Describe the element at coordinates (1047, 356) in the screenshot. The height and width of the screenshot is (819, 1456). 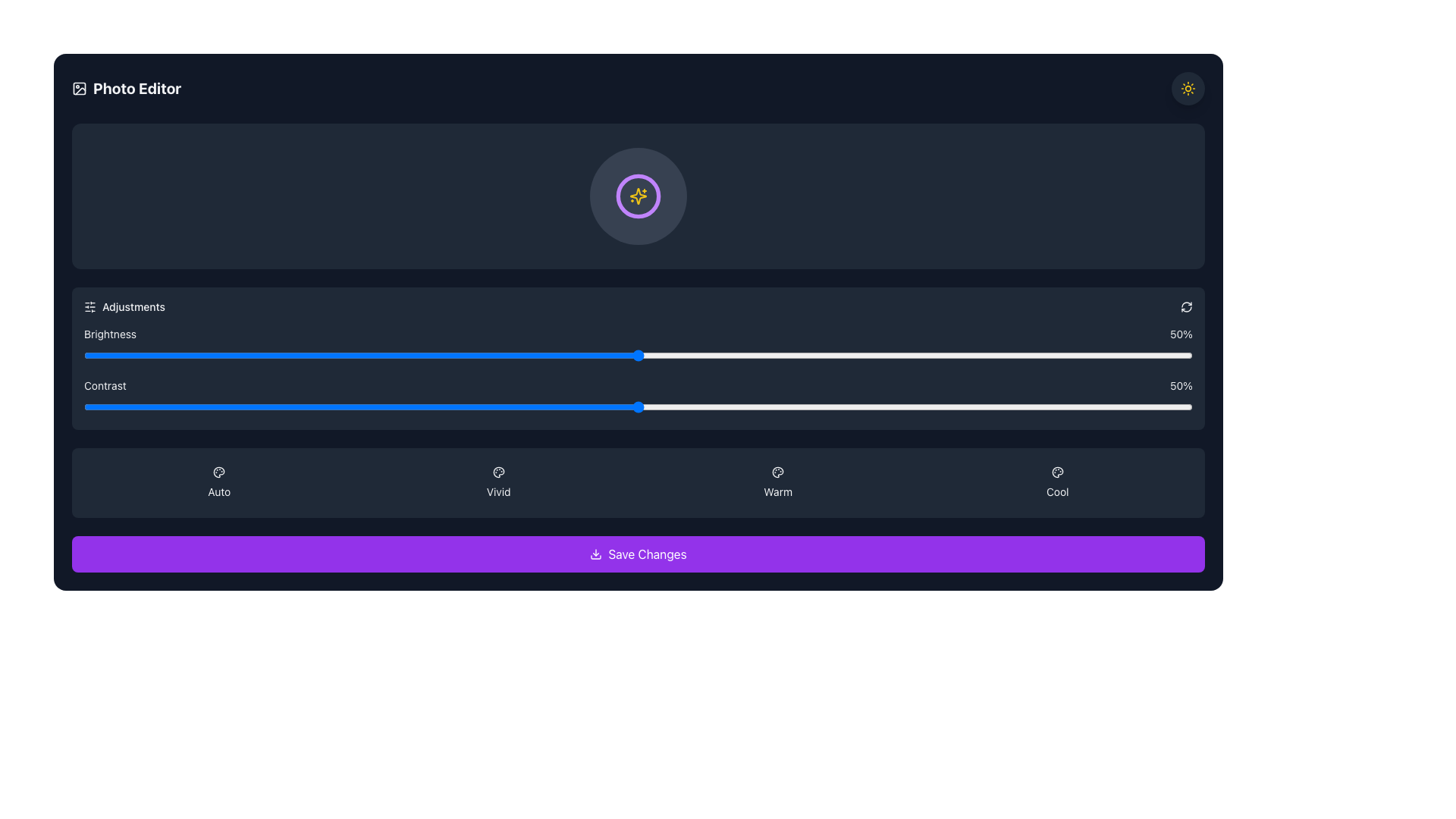
I see `contrast` at that location.